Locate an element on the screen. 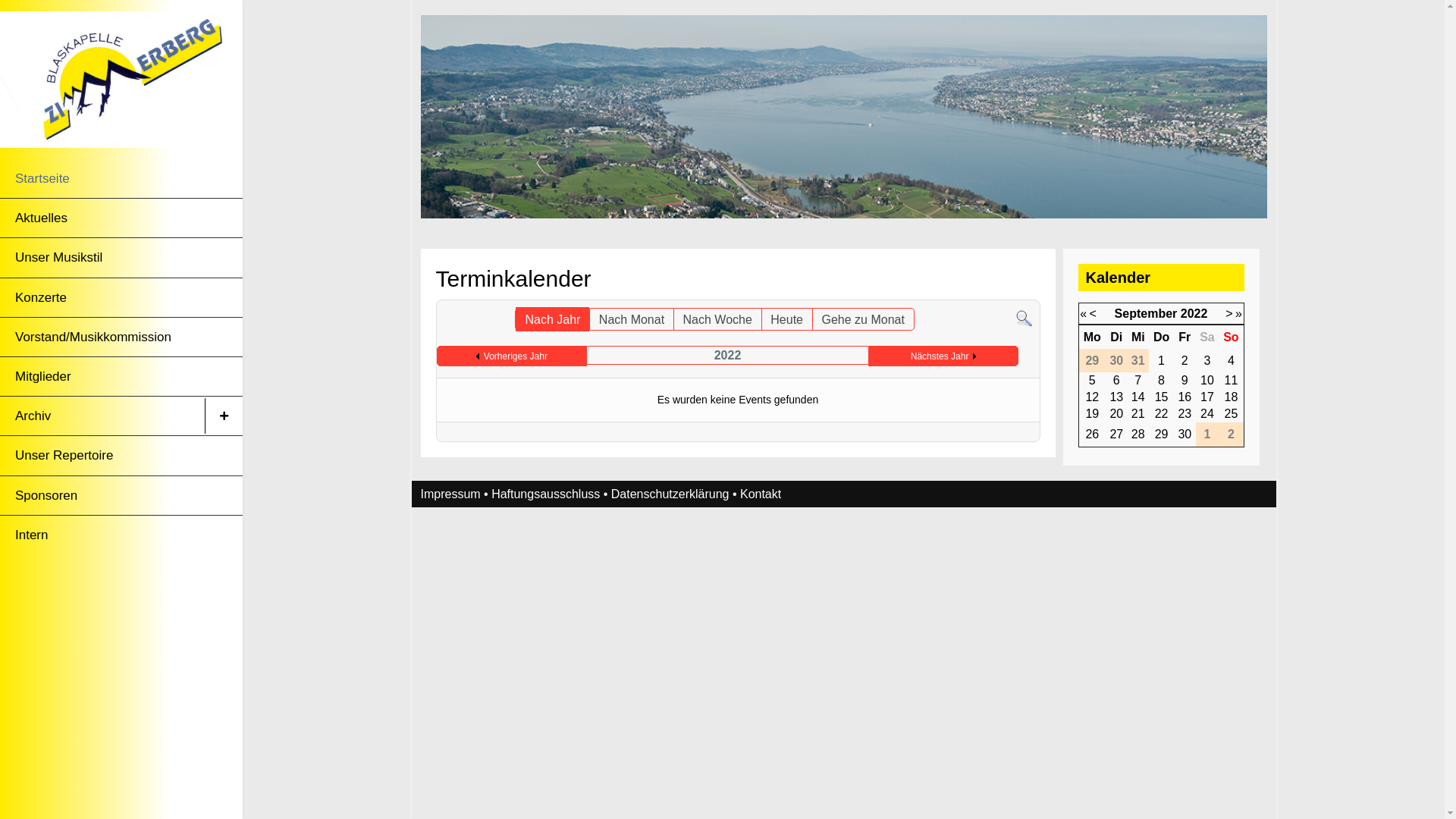 The height and width of the screenshot is (819, 1456). '14' is located at coordinates (1138, 396).